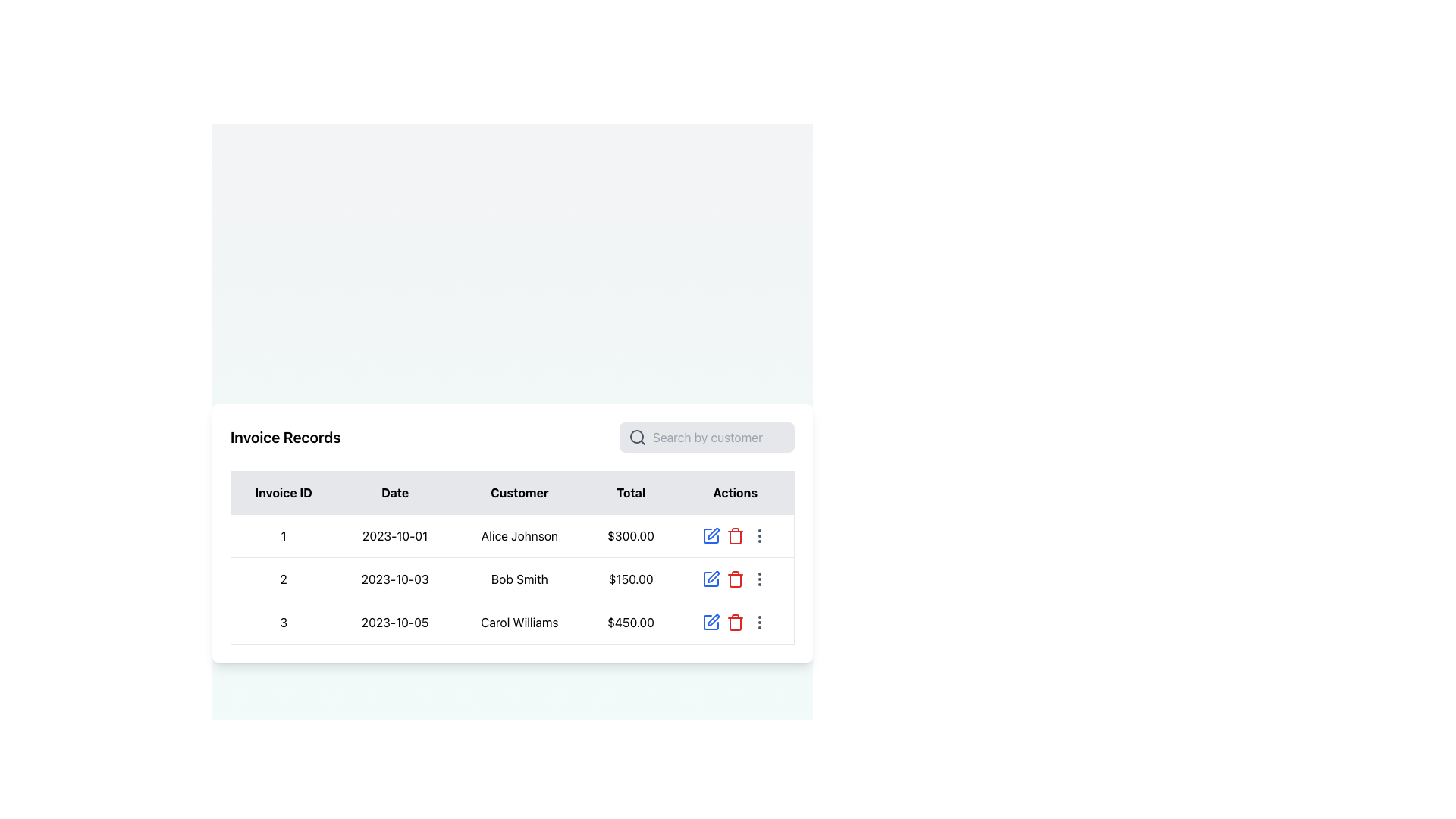 The width and height of the screenshot is (1456, 819). What do you see at coordinates (395, 492) in the screenshot?
I see `the 'Date' column header label in the table, which is the second column header indicating invoice dates` at bounding box center [395, 492].